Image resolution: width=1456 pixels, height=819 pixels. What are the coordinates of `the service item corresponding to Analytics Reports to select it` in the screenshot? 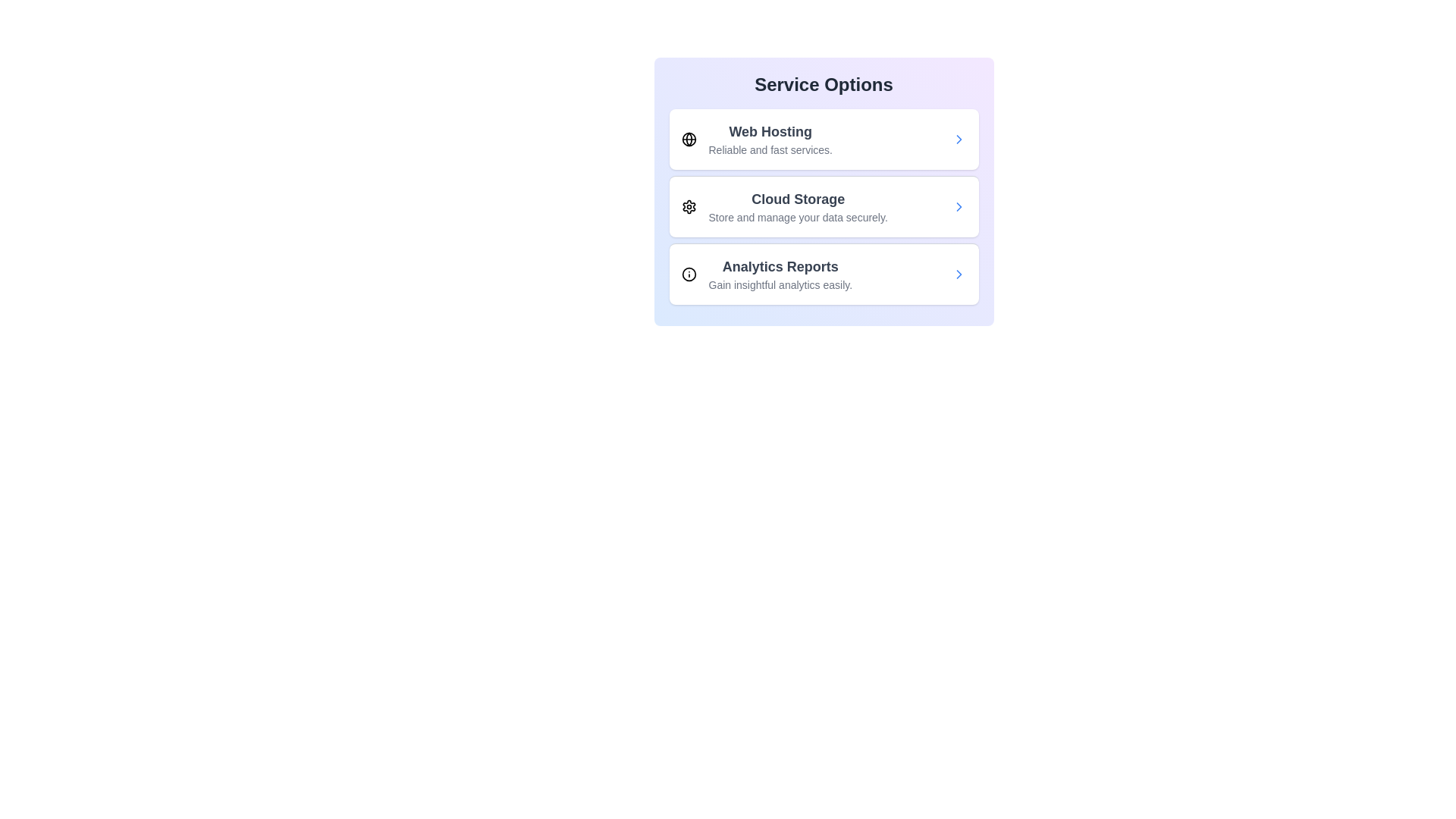 It's located at (823, 274).